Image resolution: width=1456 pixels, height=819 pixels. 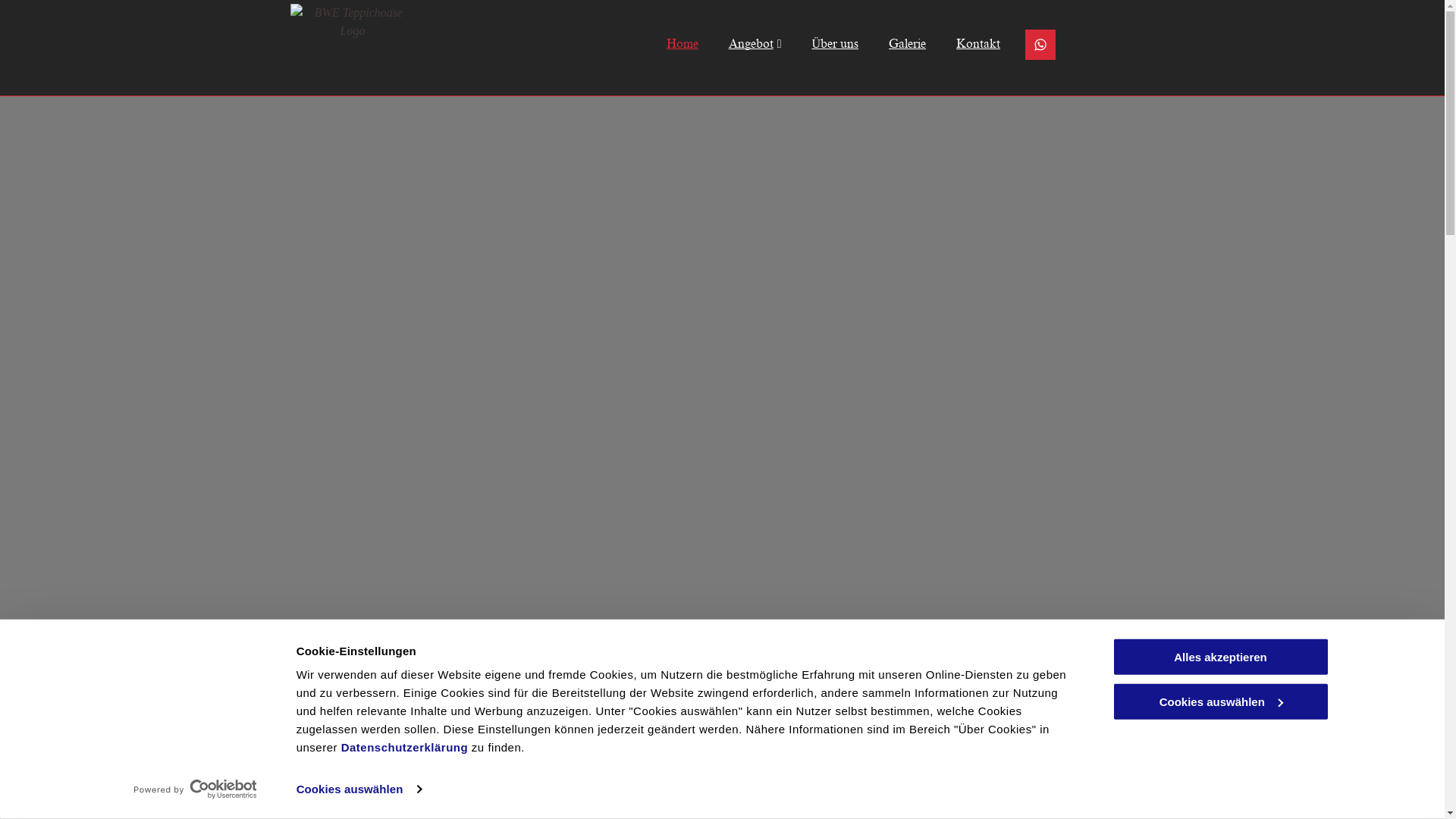 I want to click on 'Kontakt', so click(x=962, y=42).